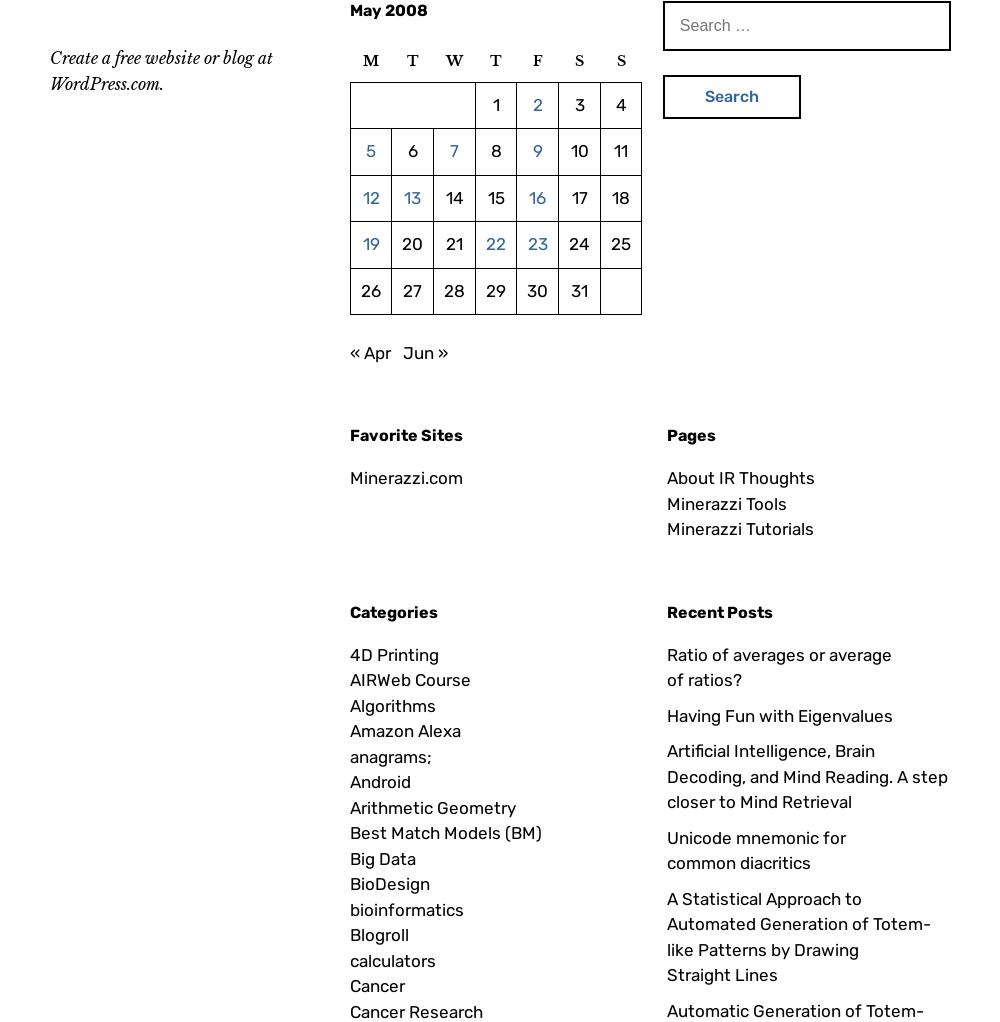 This screenshot has height=1022, width=1000. Describe the element at coordinates (620, 242) in the screenshot. I see `'25'` at that location.